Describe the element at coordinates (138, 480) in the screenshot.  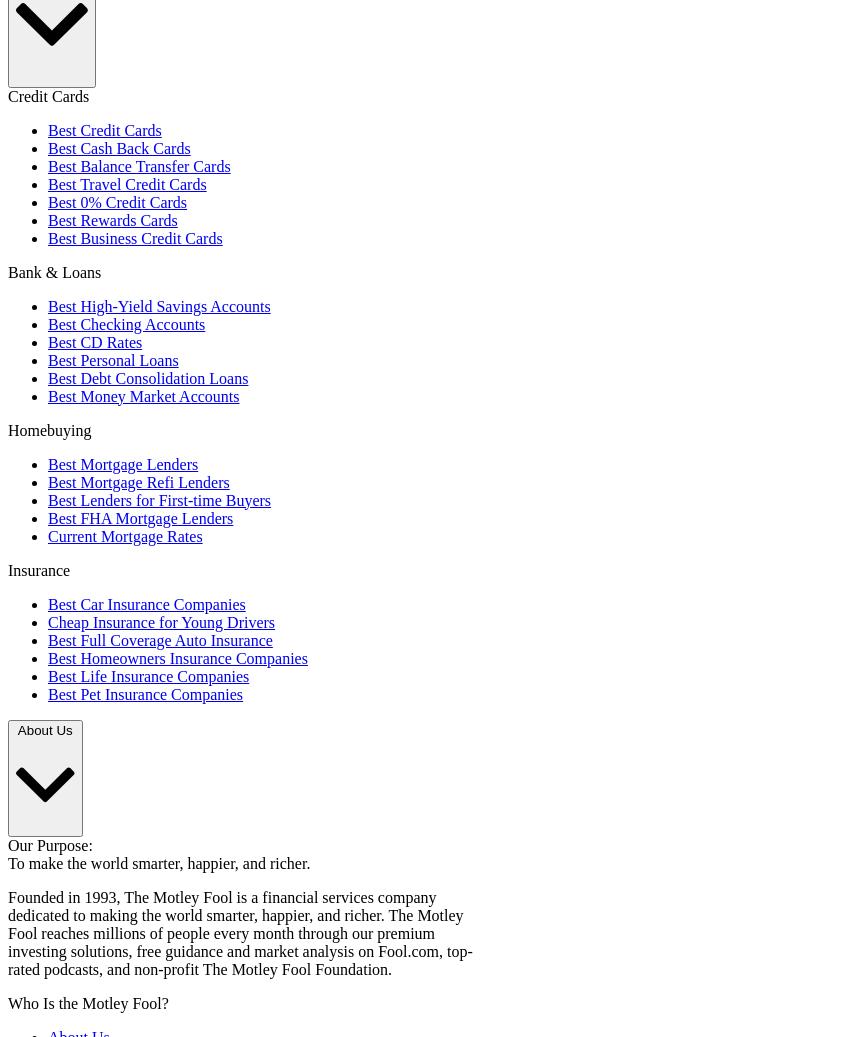
I see `'Best Mortgage Refi Lenders'` at that location.